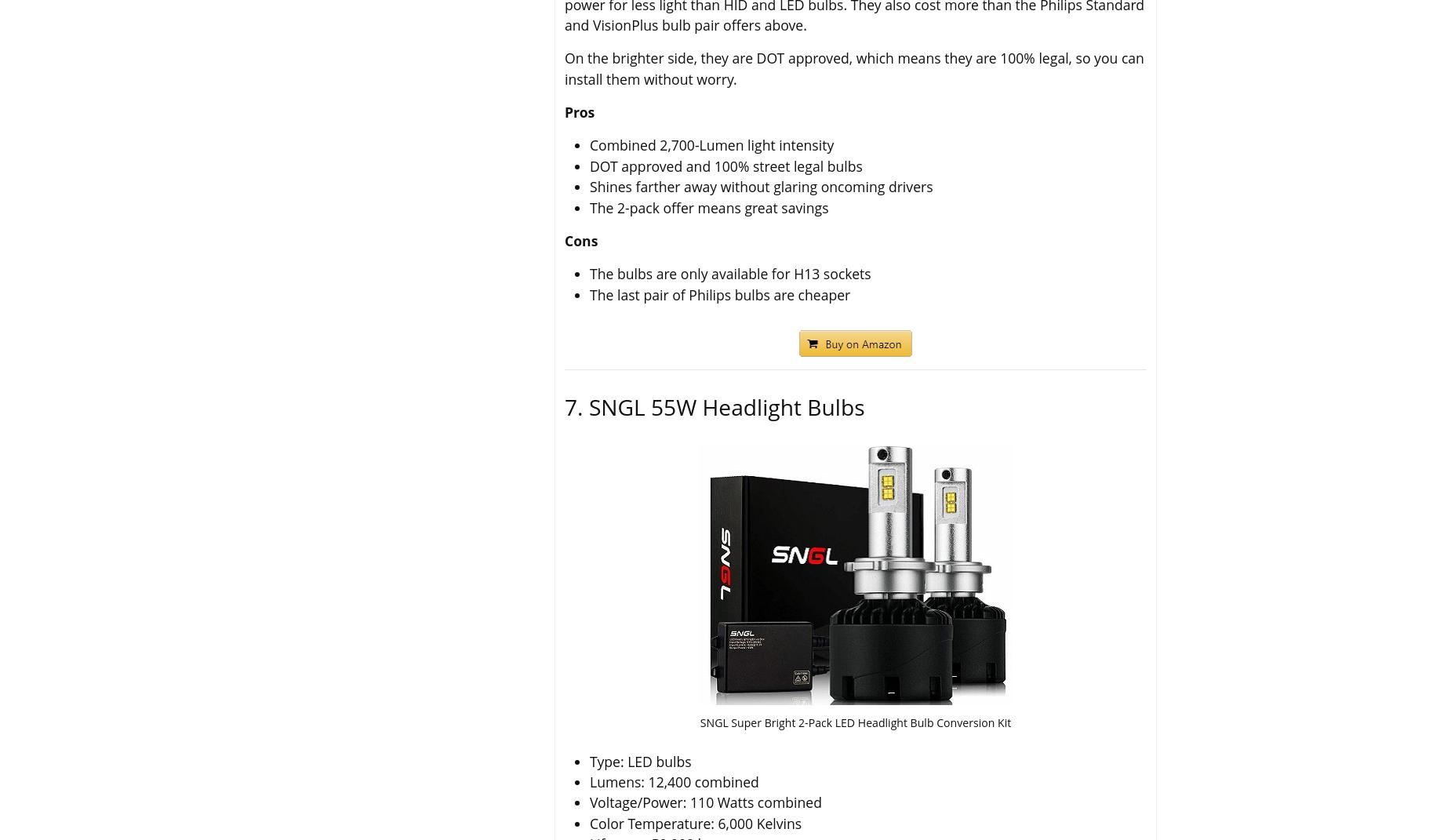 Image resolution: width=1451 pixels, height=840 pixels. What do you see at coordinates (590, 781) in the screenshot?
I see `'Lumens: 12,400 combined'` at bounding box center [590, 781].